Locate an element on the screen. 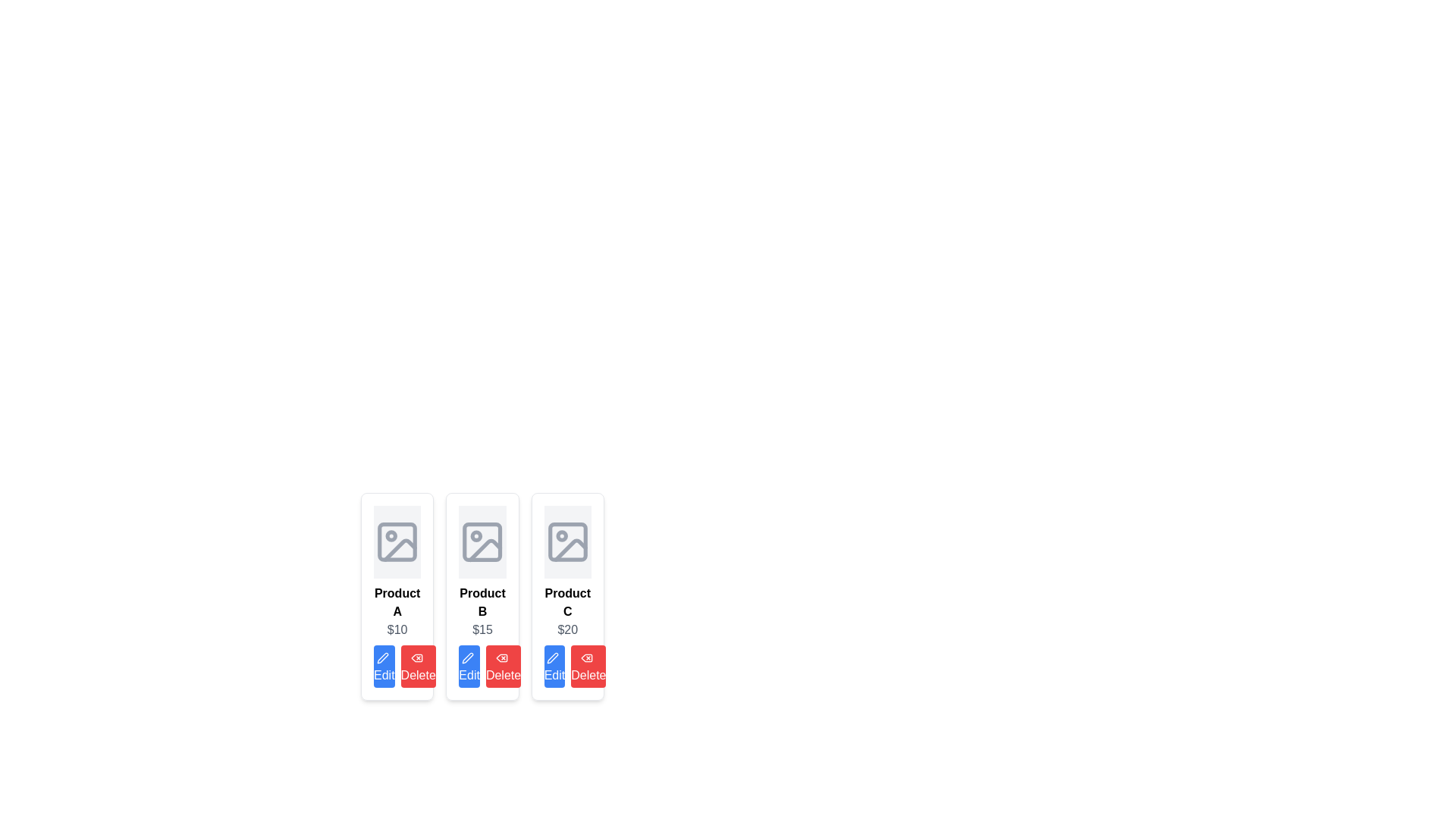 Image resolution: width=1456 pixels, height=819 pixels. the text label that represents the product name, positioned under the placeholder image icon and above the '$10' price text is located at coordinates (397, 601).